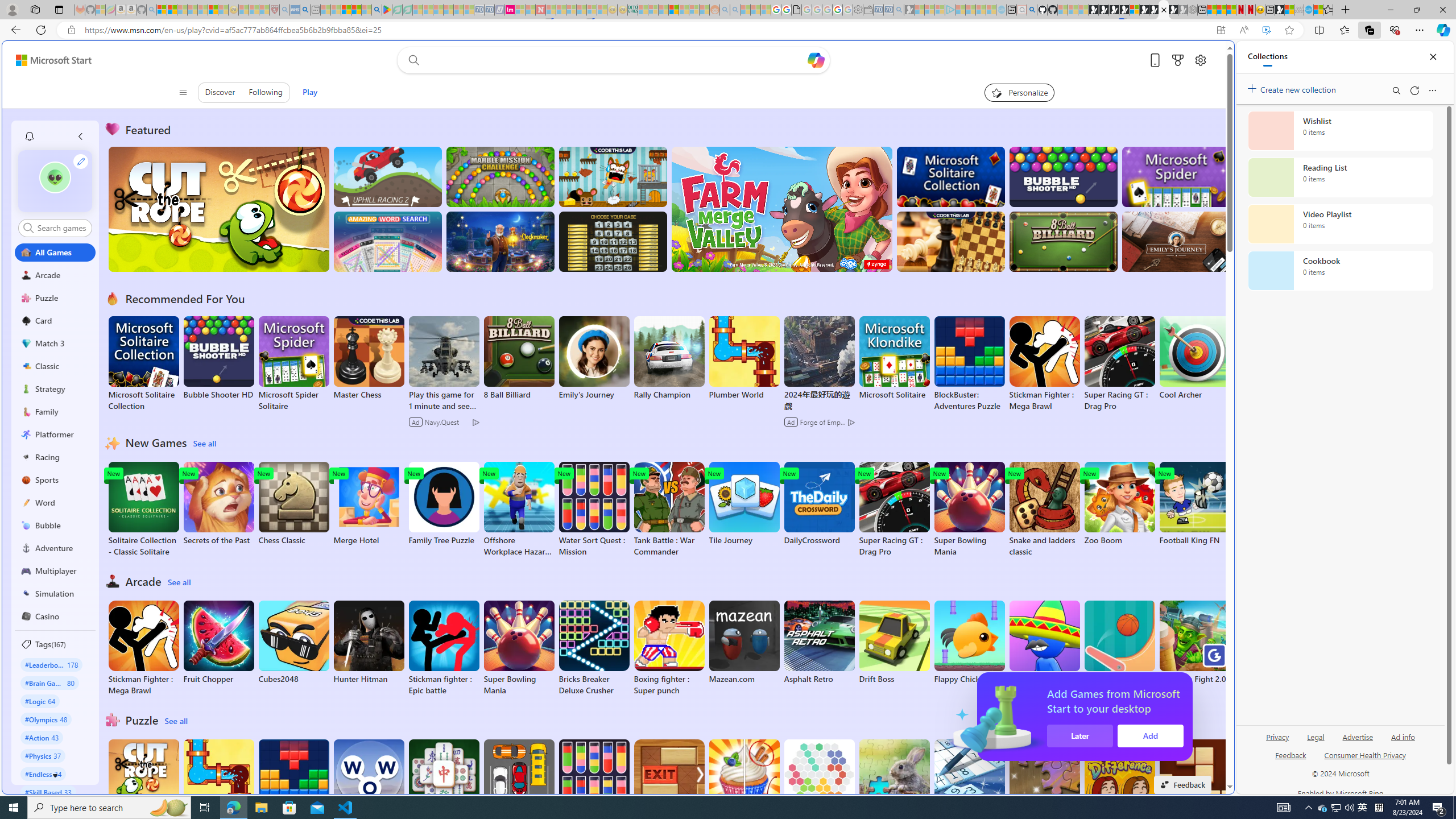 Image resolution: width=1456 pixels, height=819 pixels. Describe the element at coordinates (851, 422) in the screenshot. I see `'Class: ad-choice  ad-choice-mono '` at that location.